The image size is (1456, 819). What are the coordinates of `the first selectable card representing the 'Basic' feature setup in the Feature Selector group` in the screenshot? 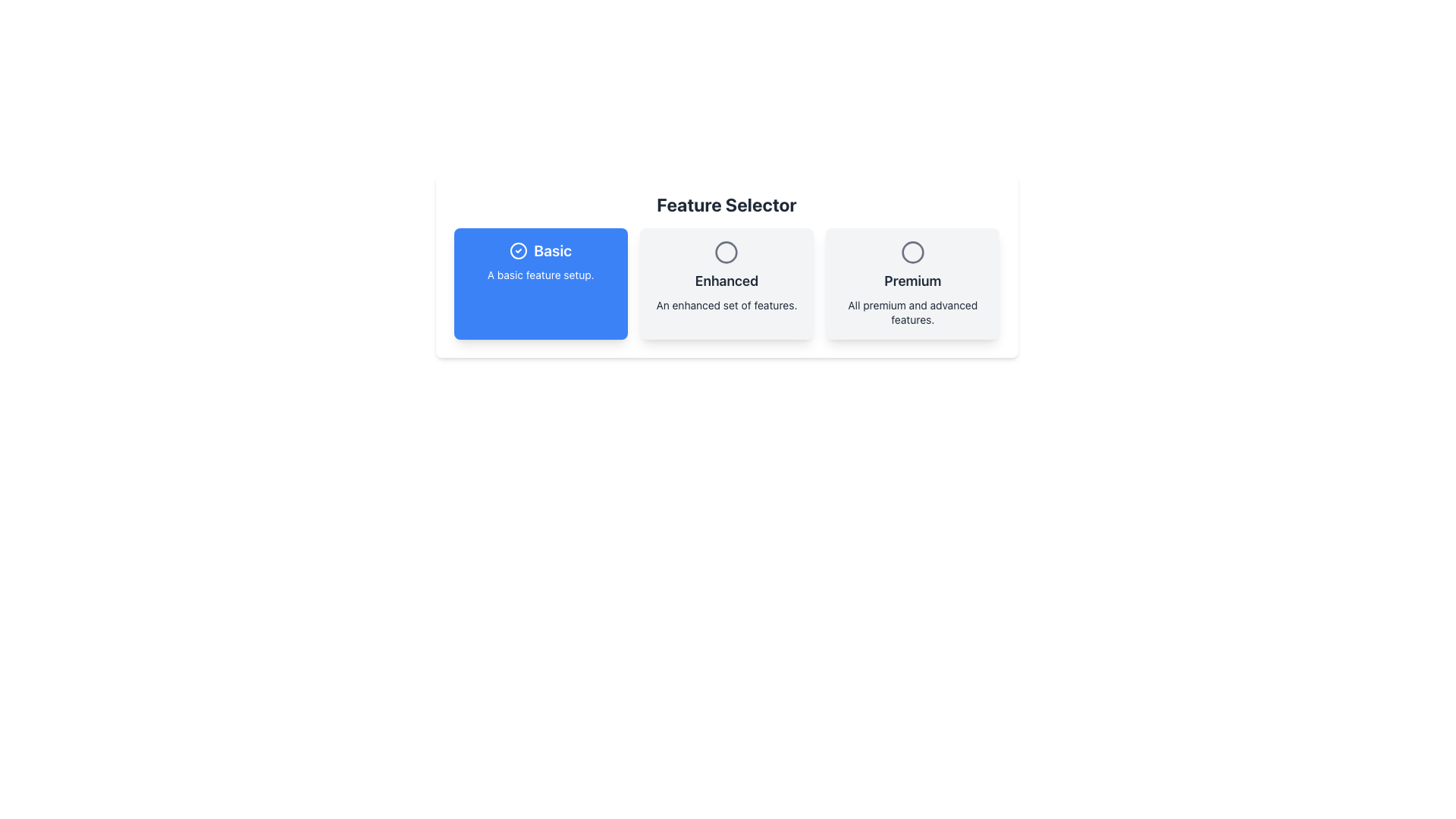 It's located at (541, 284).